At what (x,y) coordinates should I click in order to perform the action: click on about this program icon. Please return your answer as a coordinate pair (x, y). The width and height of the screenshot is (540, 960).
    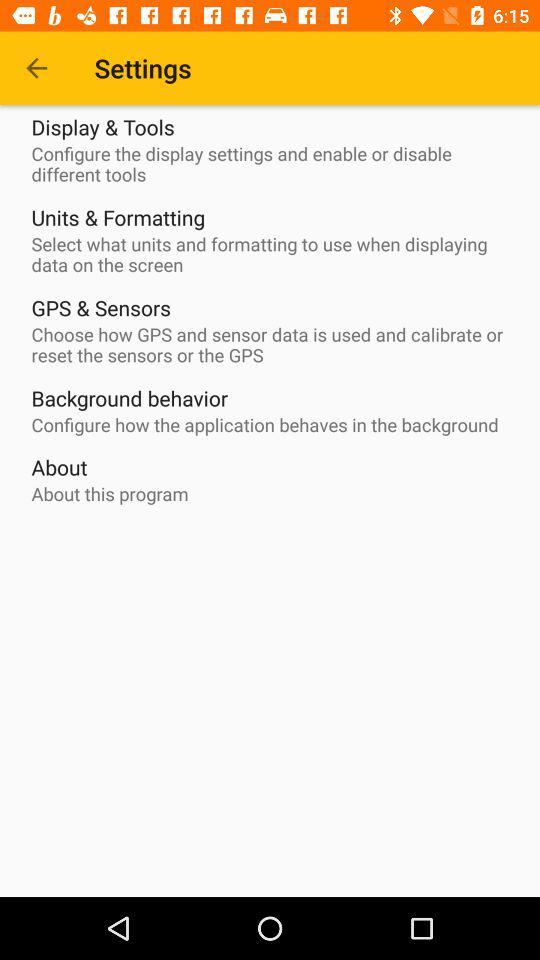
    Looking at the image, I should click on (110, 492).